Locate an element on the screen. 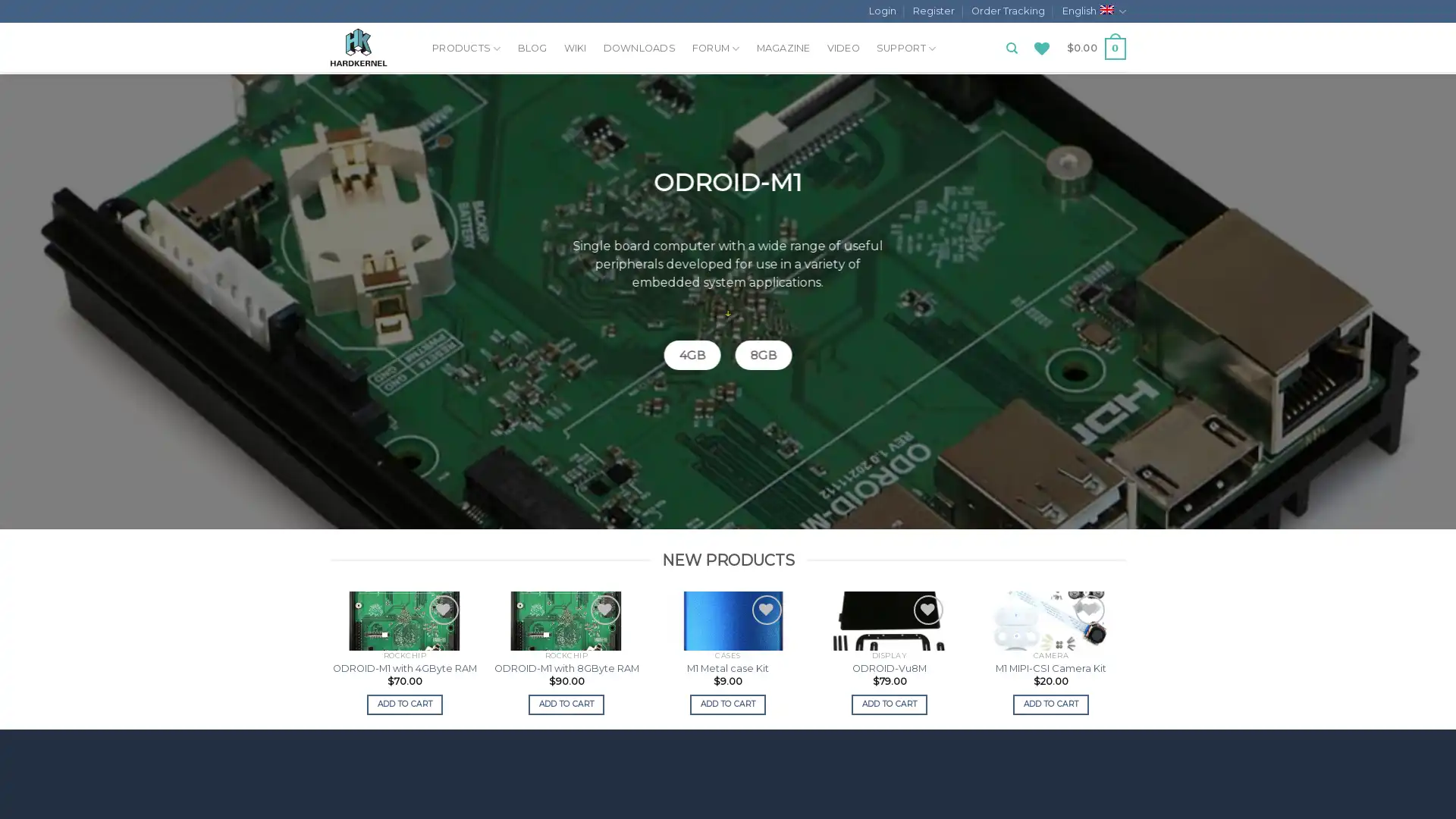  Previous is located at coordinates (331, 657).